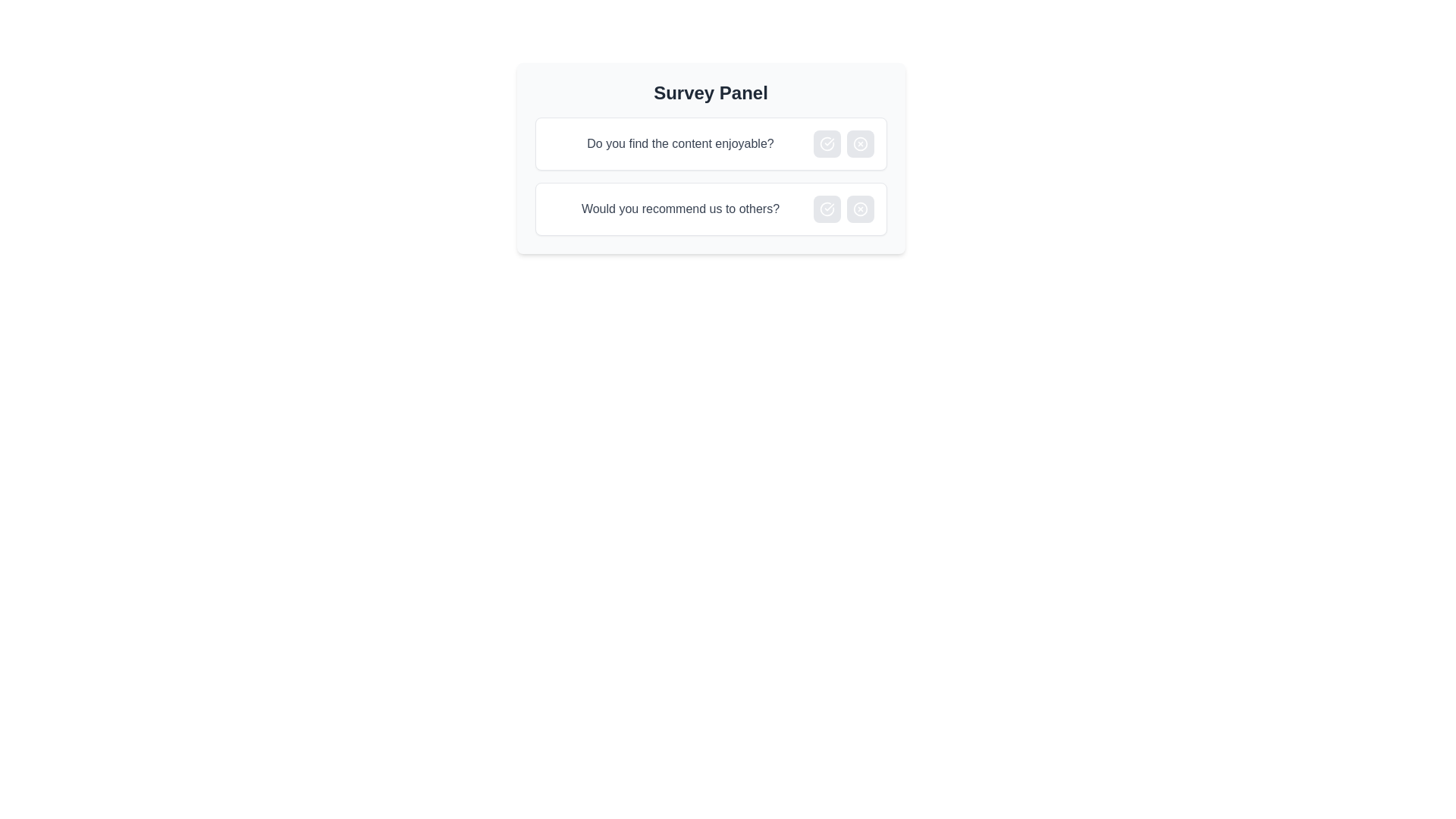 The image size is (1456, 819). Describe the element at coordinates (843, 209) in the screenshot. I see `the checkmark button in the grouped interactive button set located in the second row of the panel, right of the question text 'Would you recommend us to others?'` at that location.